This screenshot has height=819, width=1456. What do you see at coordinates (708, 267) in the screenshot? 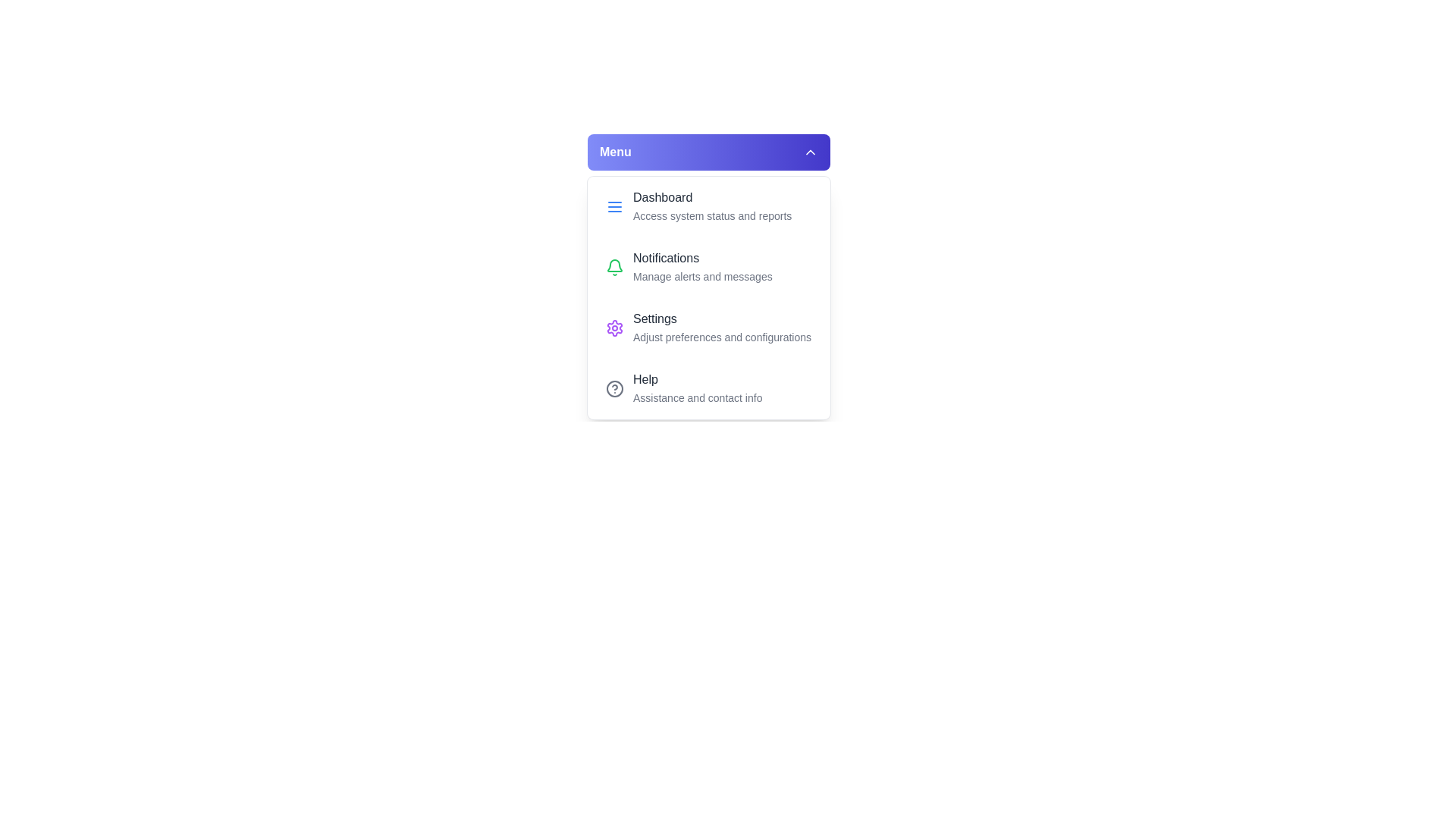
I see `the second menu item in the drop-down menu under the 'Menu' section header` at bounding box center [708, 267].